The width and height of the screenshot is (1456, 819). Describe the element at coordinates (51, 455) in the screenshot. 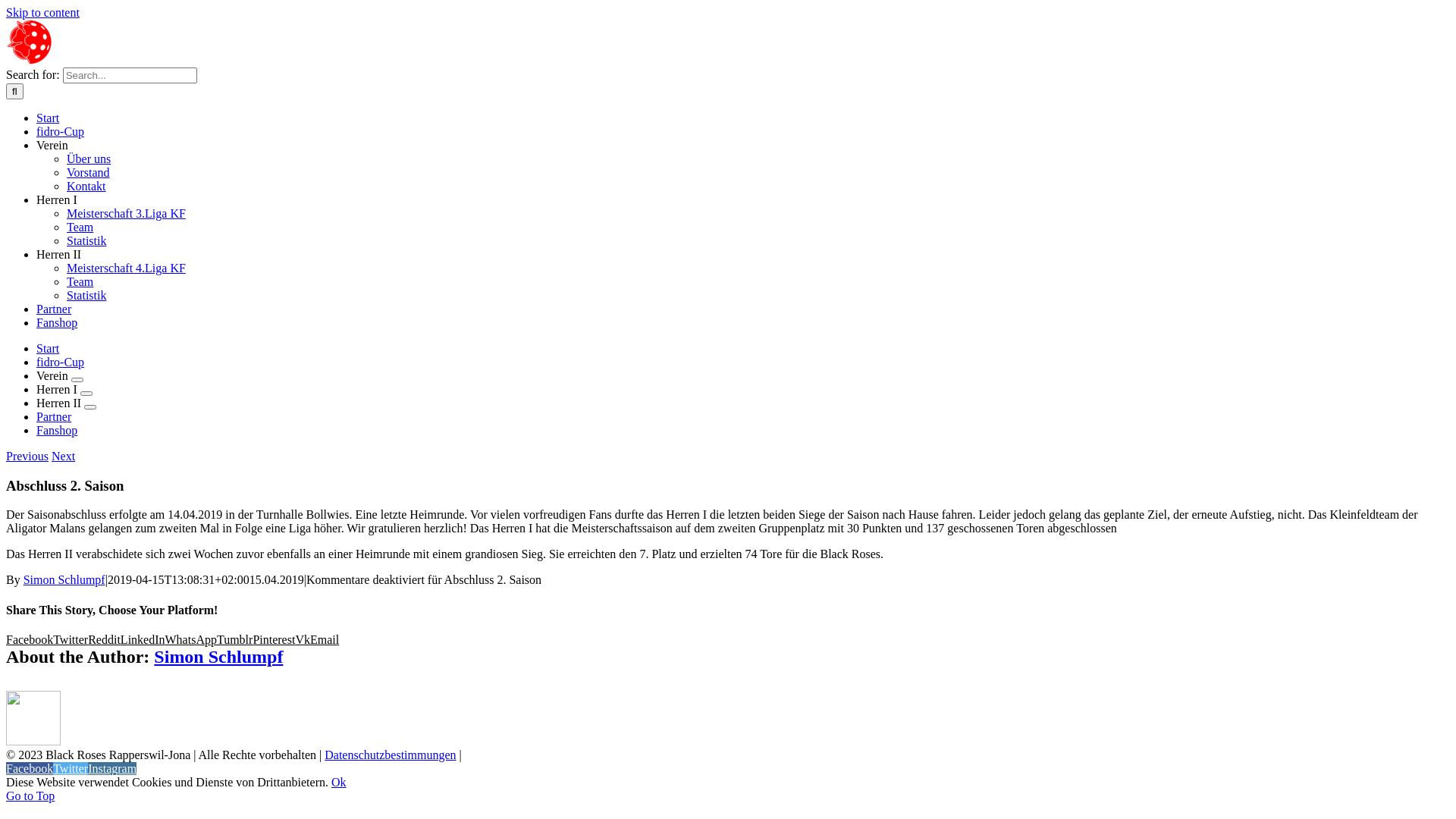

I see `'Next'` at that location.